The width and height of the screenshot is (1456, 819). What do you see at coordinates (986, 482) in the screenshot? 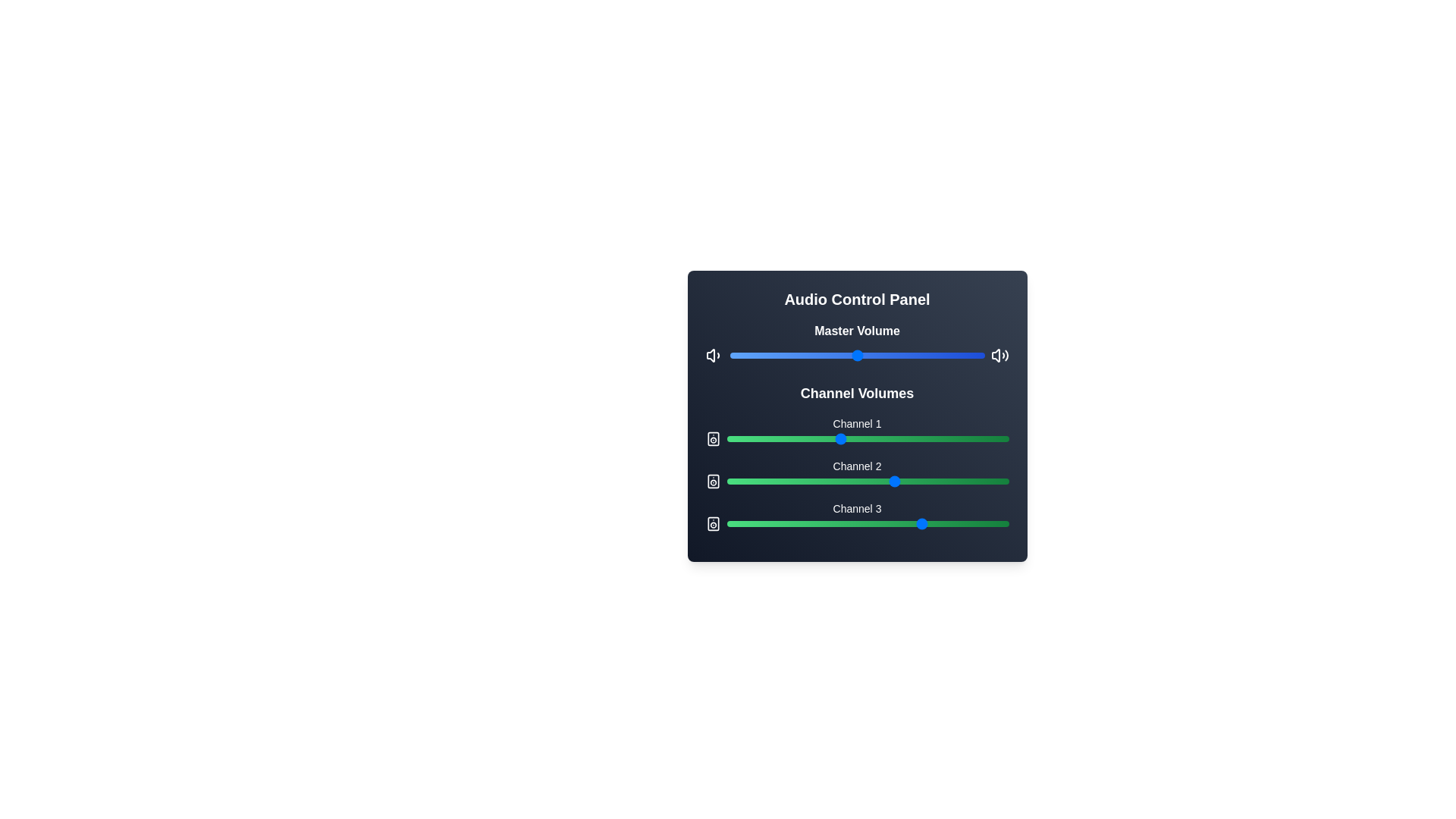
I see `the slider value` at bounding box center [986, 482].